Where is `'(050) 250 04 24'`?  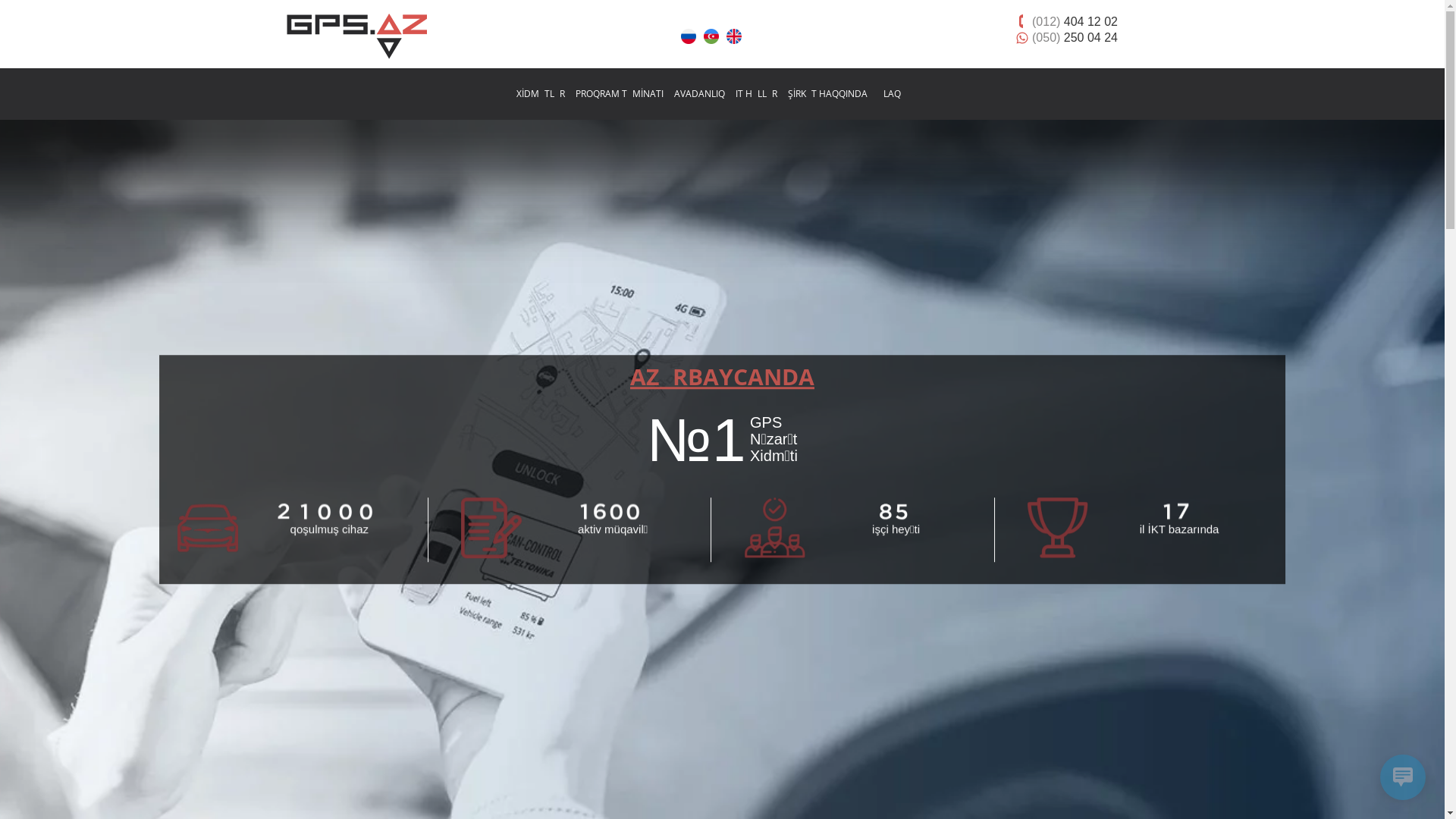 '(050) 250 04 24' is located at coordinates (1074, 36).